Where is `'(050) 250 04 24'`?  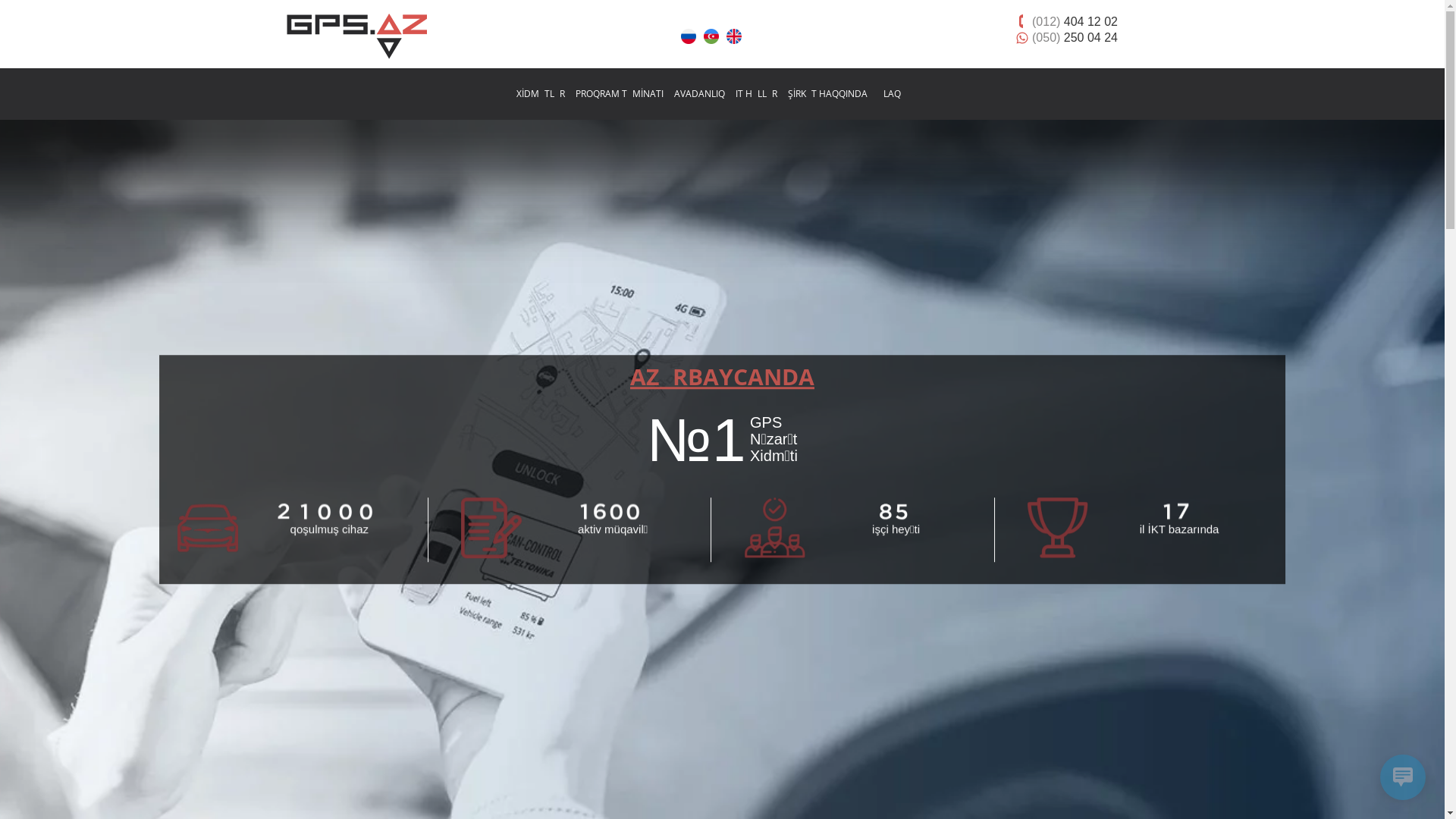 '(050) 250 04 24' is located at coordinates (1074, 36).